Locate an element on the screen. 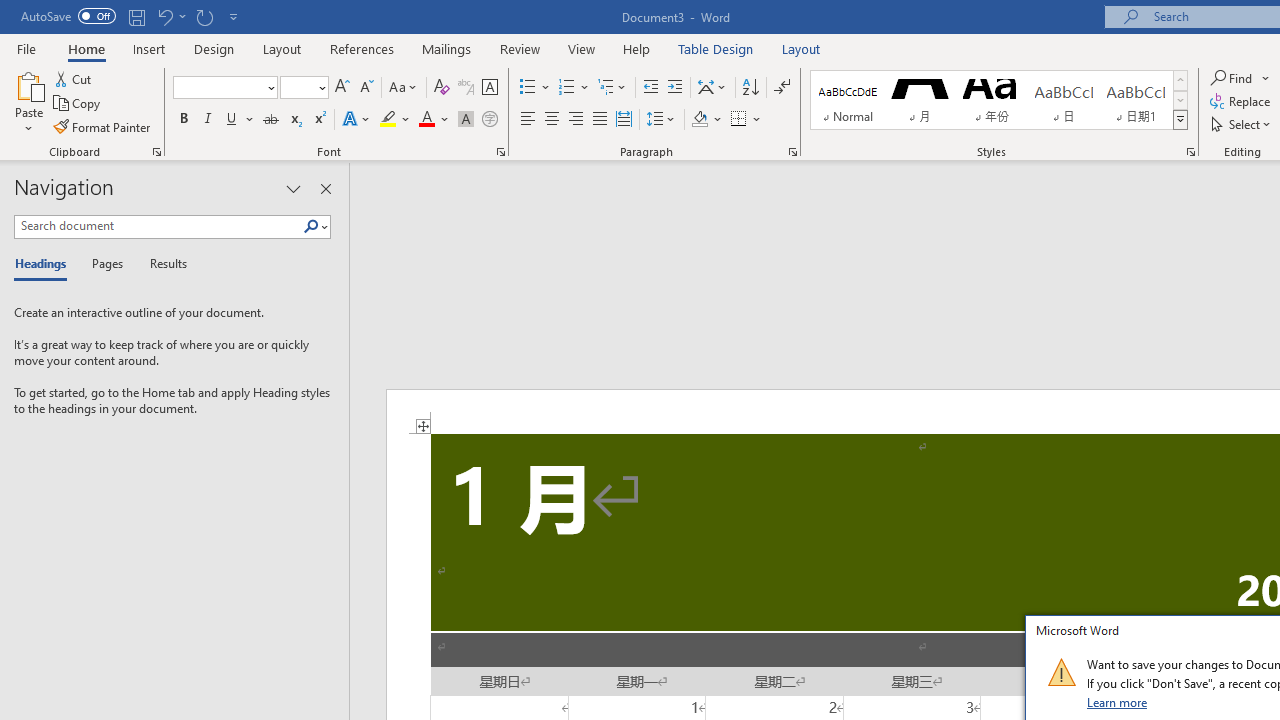  'Home' is located at coordinates (85, 48).